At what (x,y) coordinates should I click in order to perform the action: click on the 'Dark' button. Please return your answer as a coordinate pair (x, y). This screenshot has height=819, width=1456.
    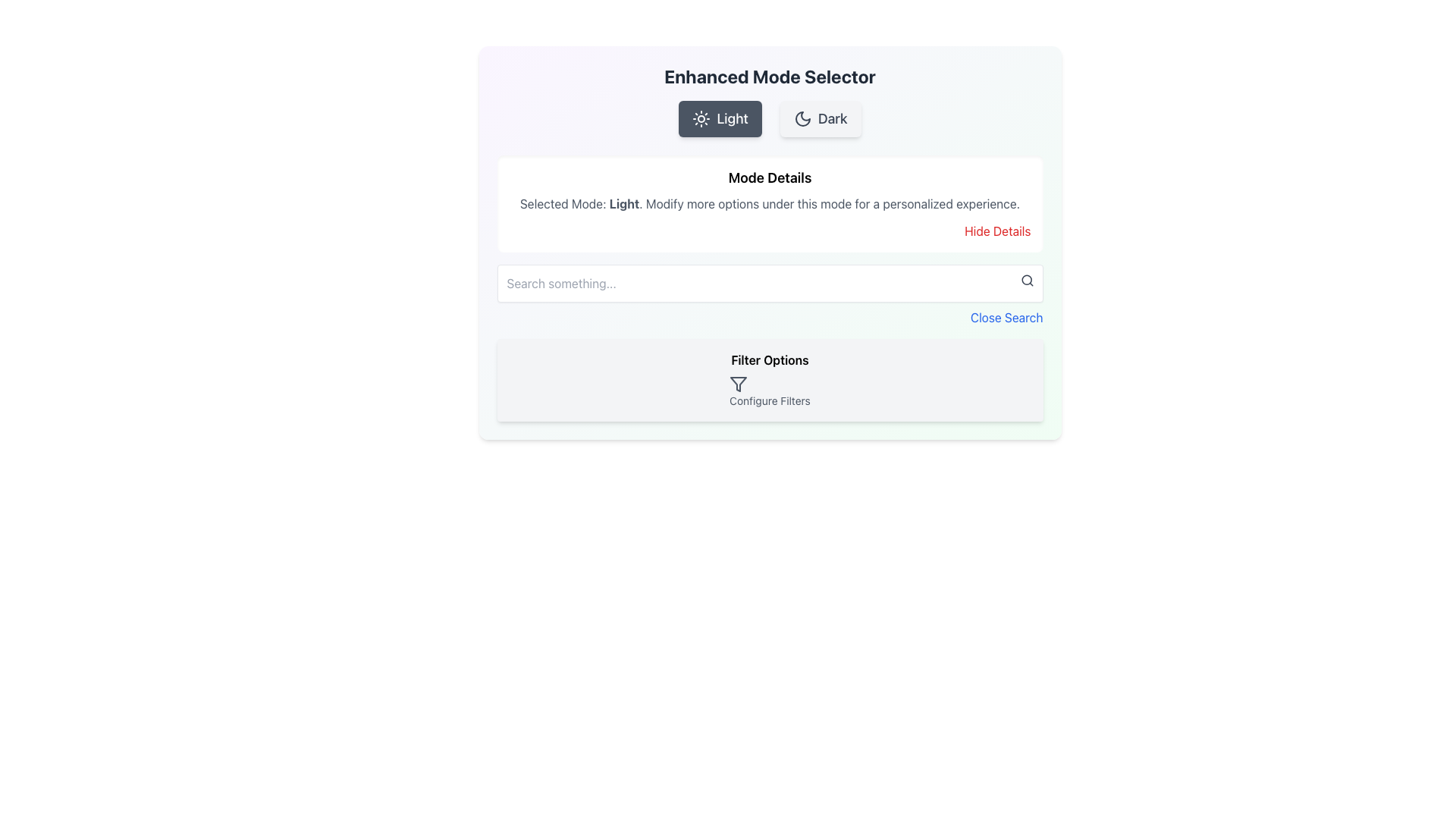
    Looking at the image, I should click on (820, 118).